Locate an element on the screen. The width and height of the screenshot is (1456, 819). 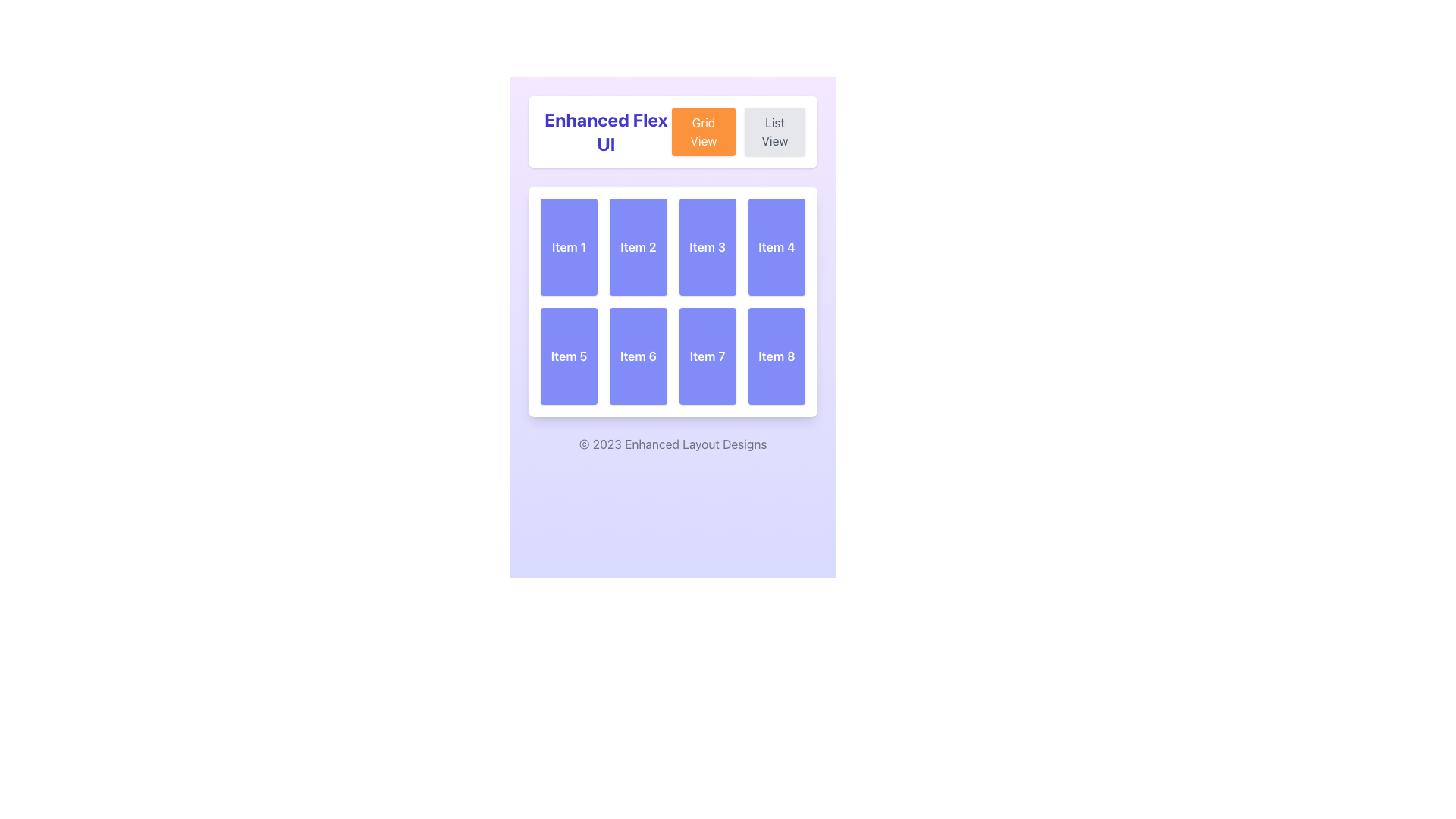
the 'List View' button, which is a rectangular button with a light gray background and rounded corners is located at coordinates (775, 130).